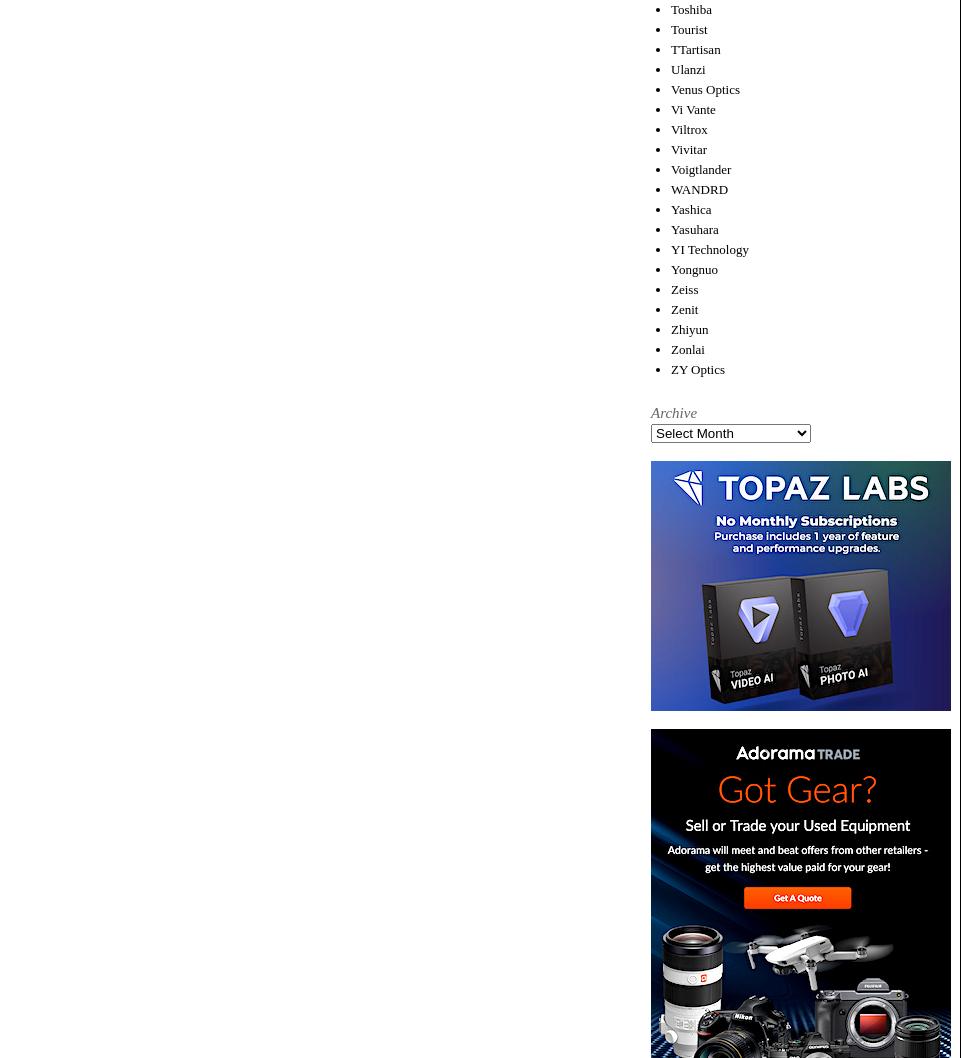 Image resolution: width=961 pixels, height=1058 pixels. Describe the element at coordinates (688, 127) in the screenshot. I see `'Viltrox'` at that location.